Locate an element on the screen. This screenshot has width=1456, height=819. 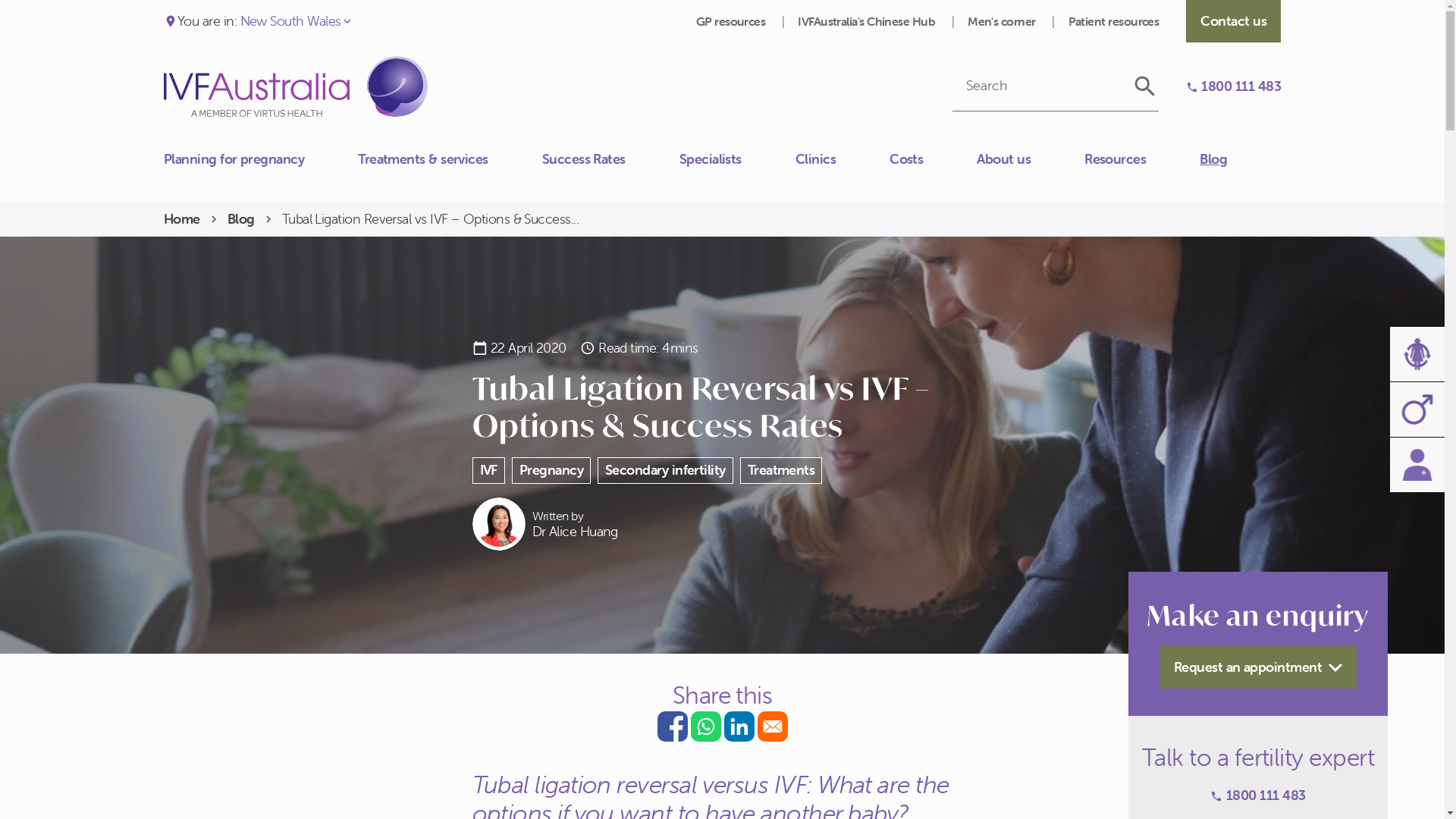
'Resources' is located at coordinates (1084, 158).